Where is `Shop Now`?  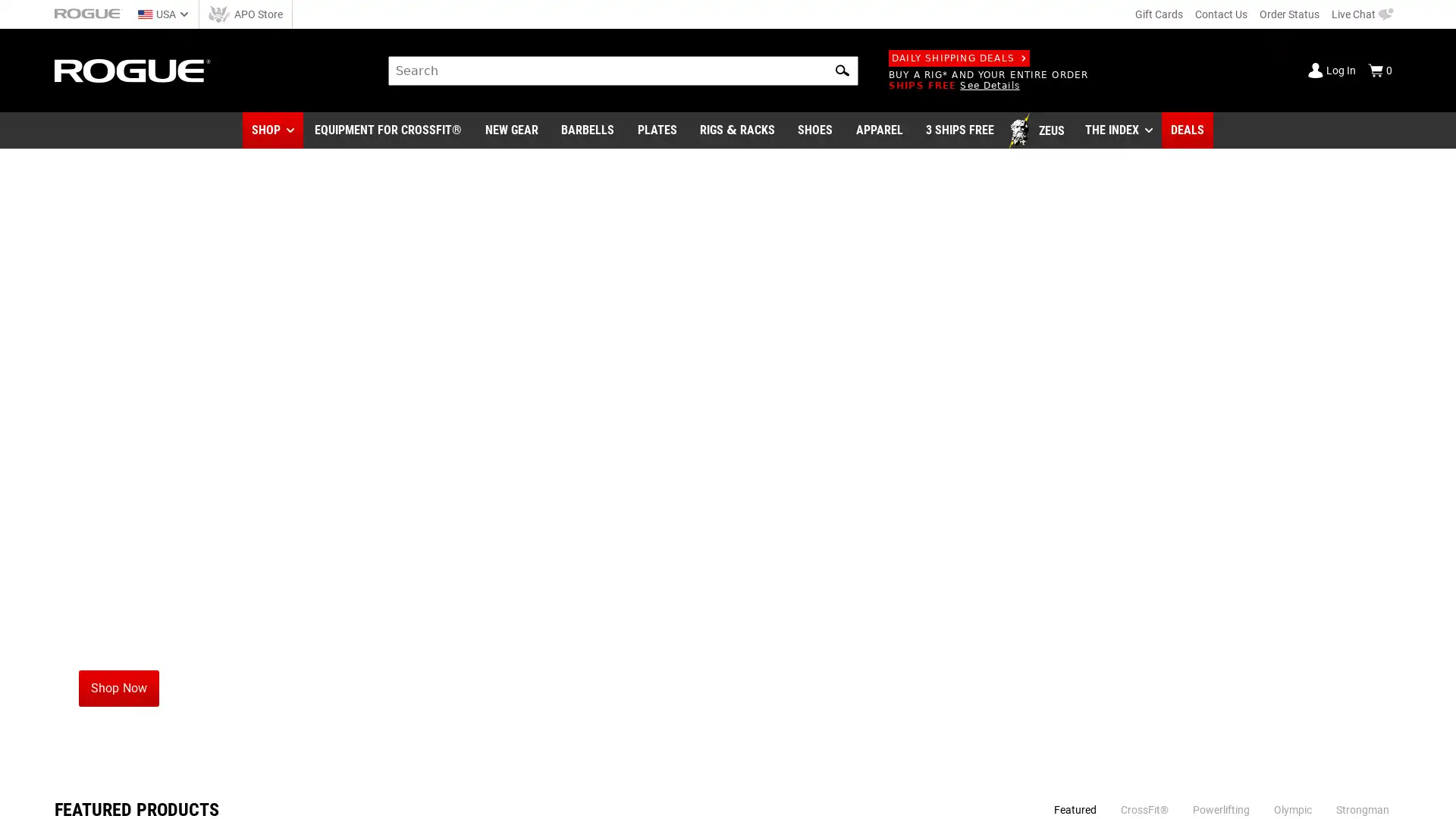
Shop Now is located at coordinates (118, 688).